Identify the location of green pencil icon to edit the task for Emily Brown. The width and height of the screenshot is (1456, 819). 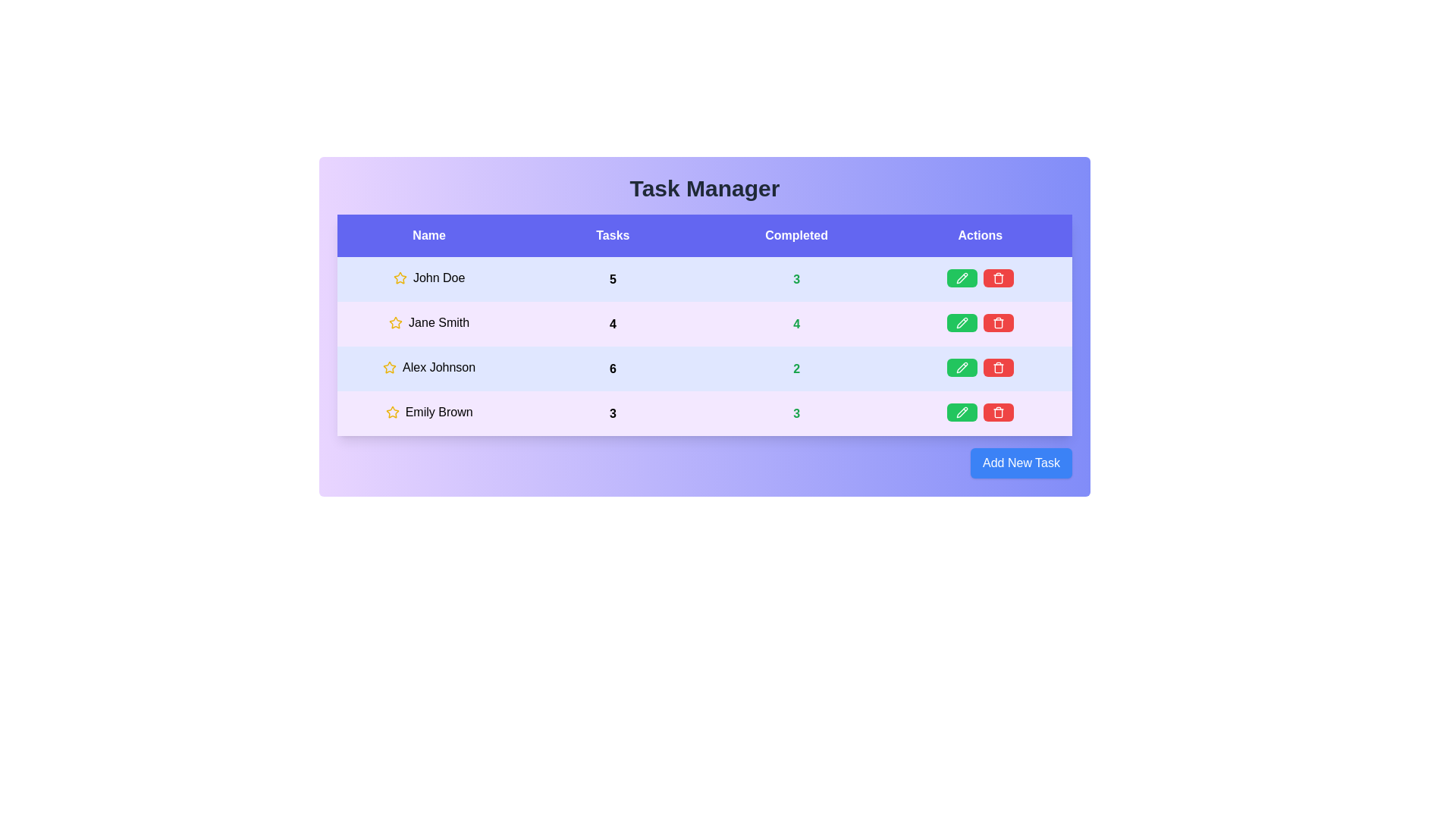
(961, 412).